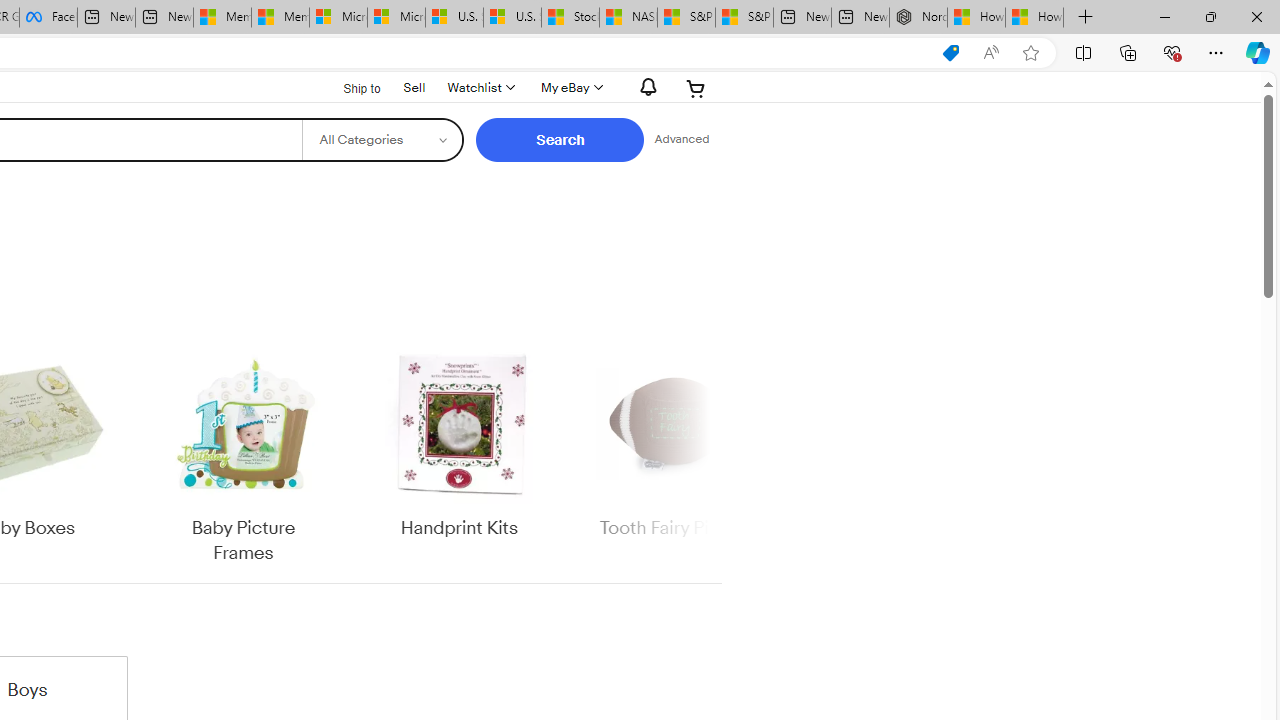 Image resolution: width=1280 pixels, height=720 pixels. What do you see at coordinates (560, 139) in the screenshot?
I see `'Search'` at bounding box center [560, 139].